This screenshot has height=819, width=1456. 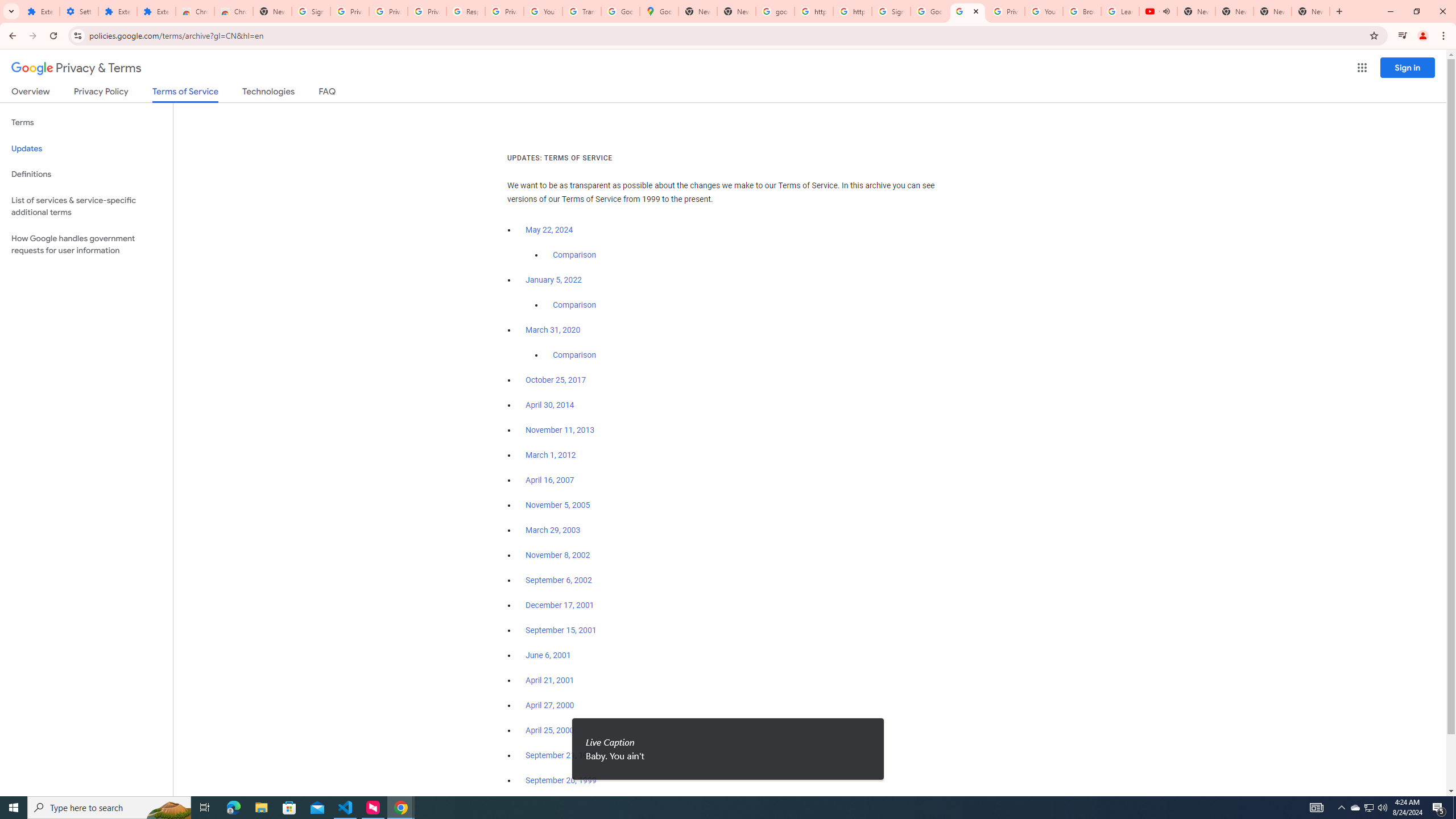 What do you see at coordinates (547, 655) in the screenshot?
I see `'June 6, 2001'` at bounding box center [547, 655].